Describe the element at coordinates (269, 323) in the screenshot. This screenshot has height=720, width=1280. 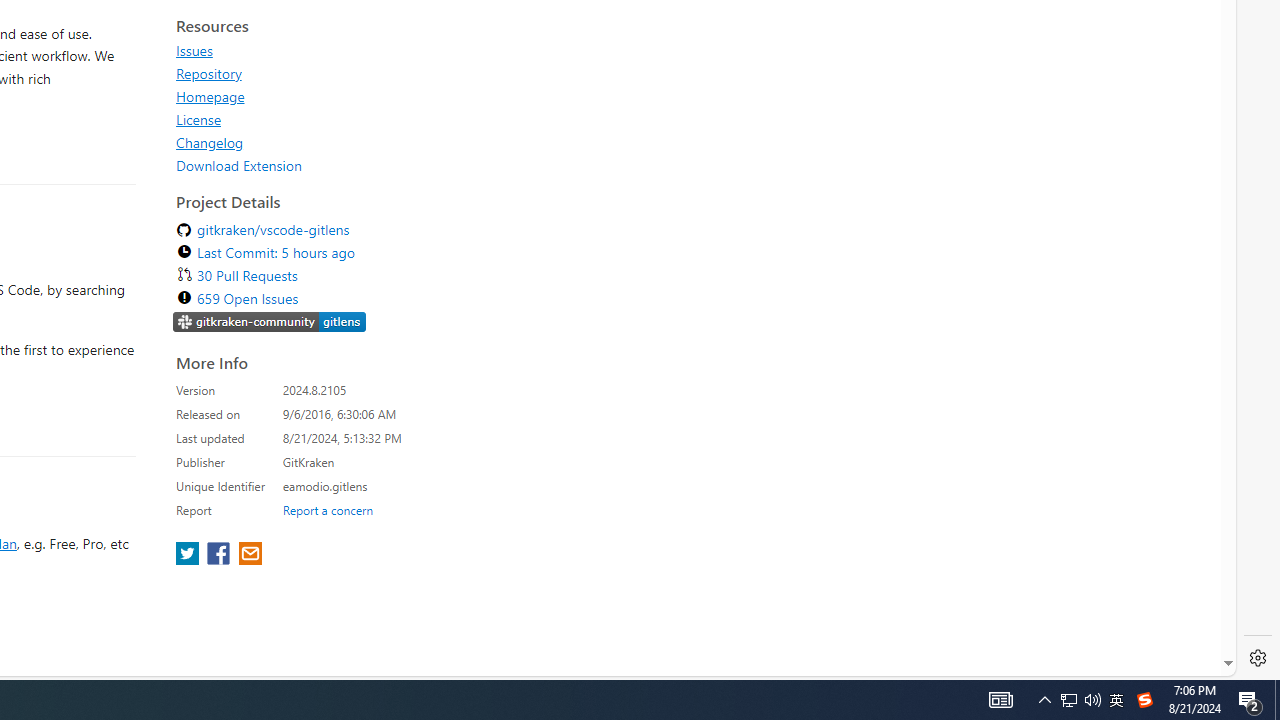
I see `'https://slack.gitkraken.com//'` at that location.